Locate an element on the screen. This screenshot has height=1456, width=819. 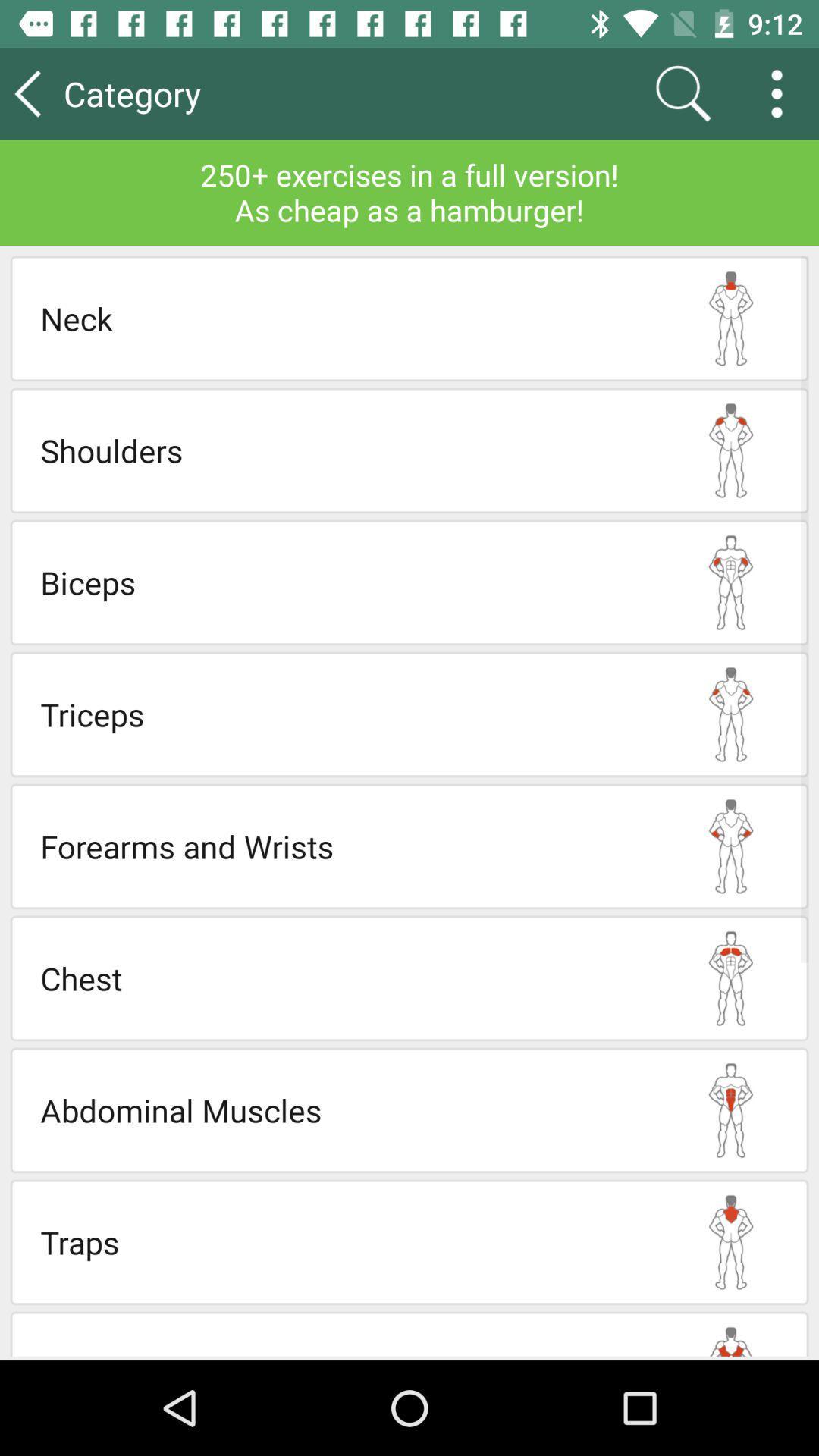
the forearms and wrists app is located at coordinates (347, 845).